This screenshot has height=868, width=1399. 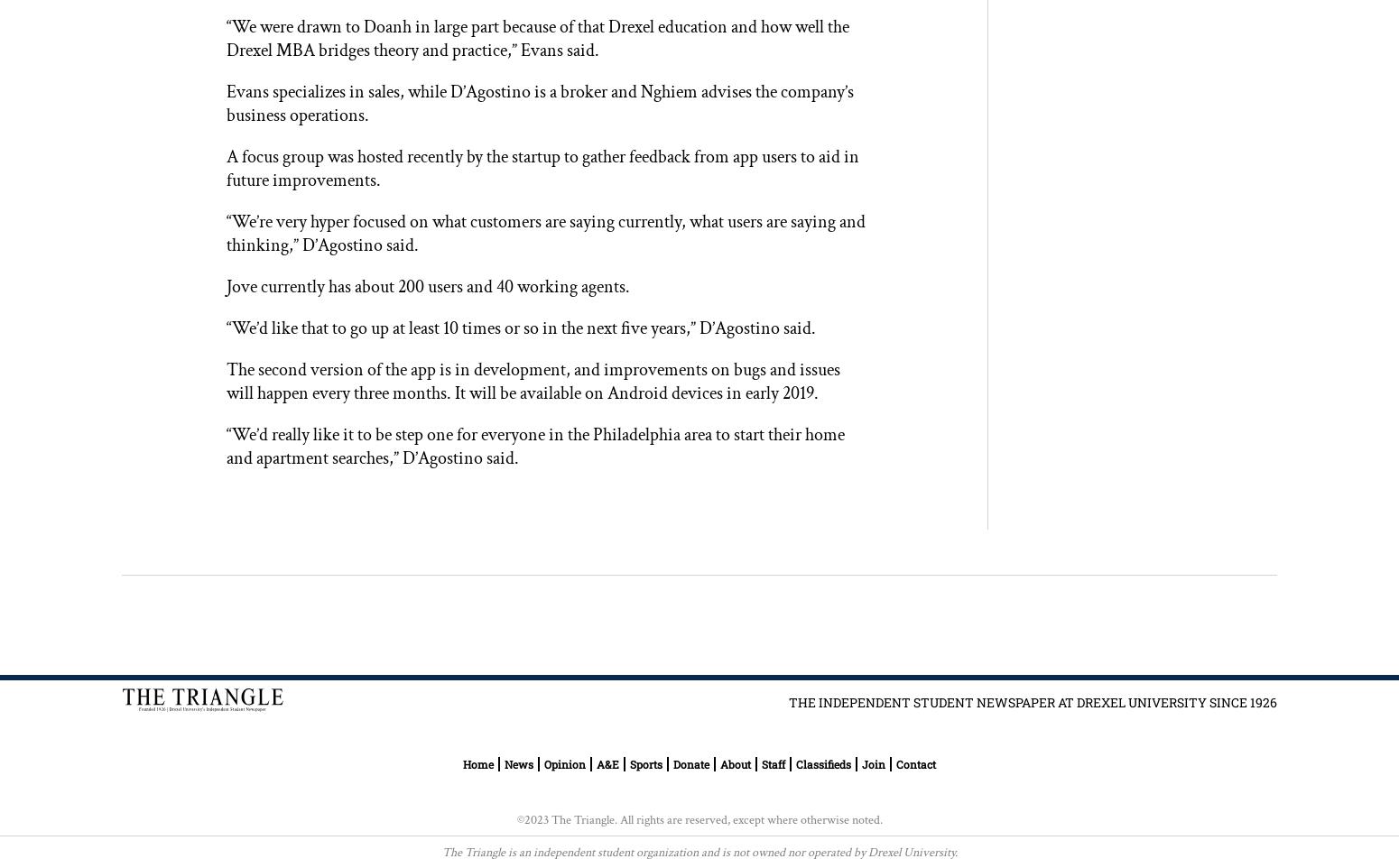 What do you see at coordinates (532, 380) in the screenshot?
I see `'The second version of the app is in development, and improvements on bugs and issues will happen every three months. It will be available on Android devices in early 2019.'` at bounding box center [532, 380].